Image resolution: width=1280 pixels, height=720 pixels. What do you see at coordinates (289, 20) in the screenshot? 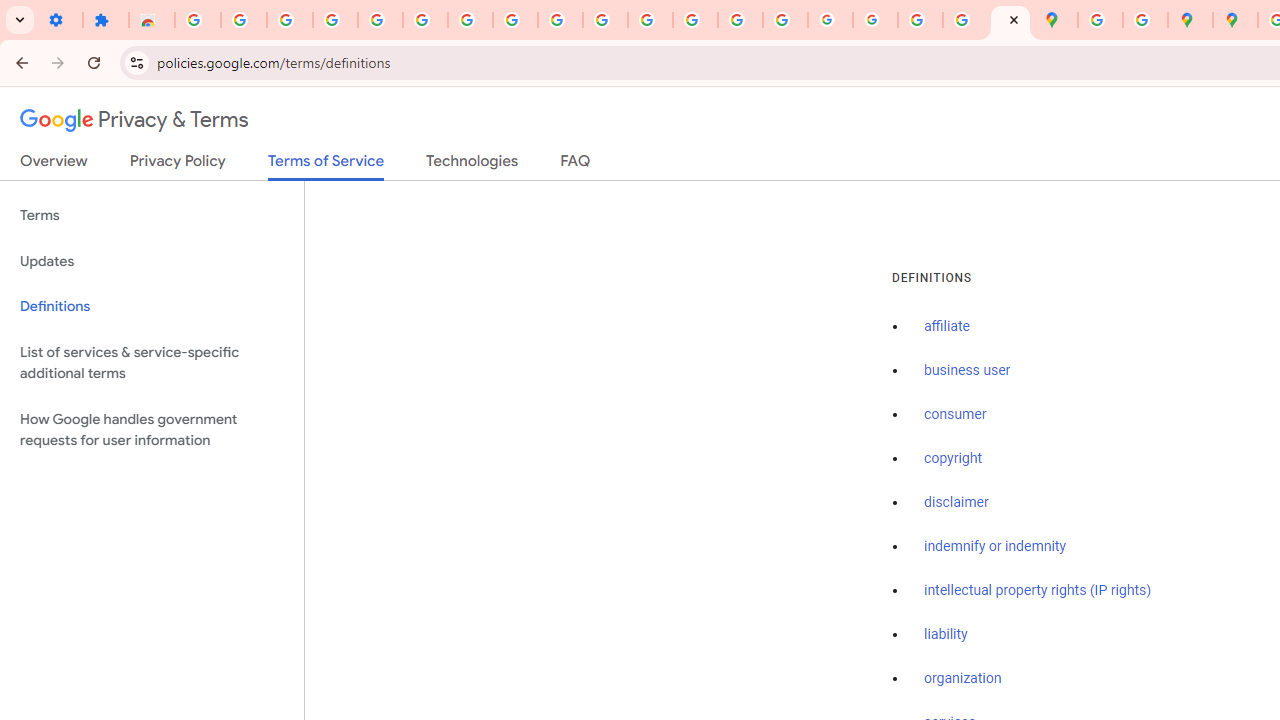
I see `'Delete photos & videos - Computer - Google Photos Help'` at bounding box center [289, 20].